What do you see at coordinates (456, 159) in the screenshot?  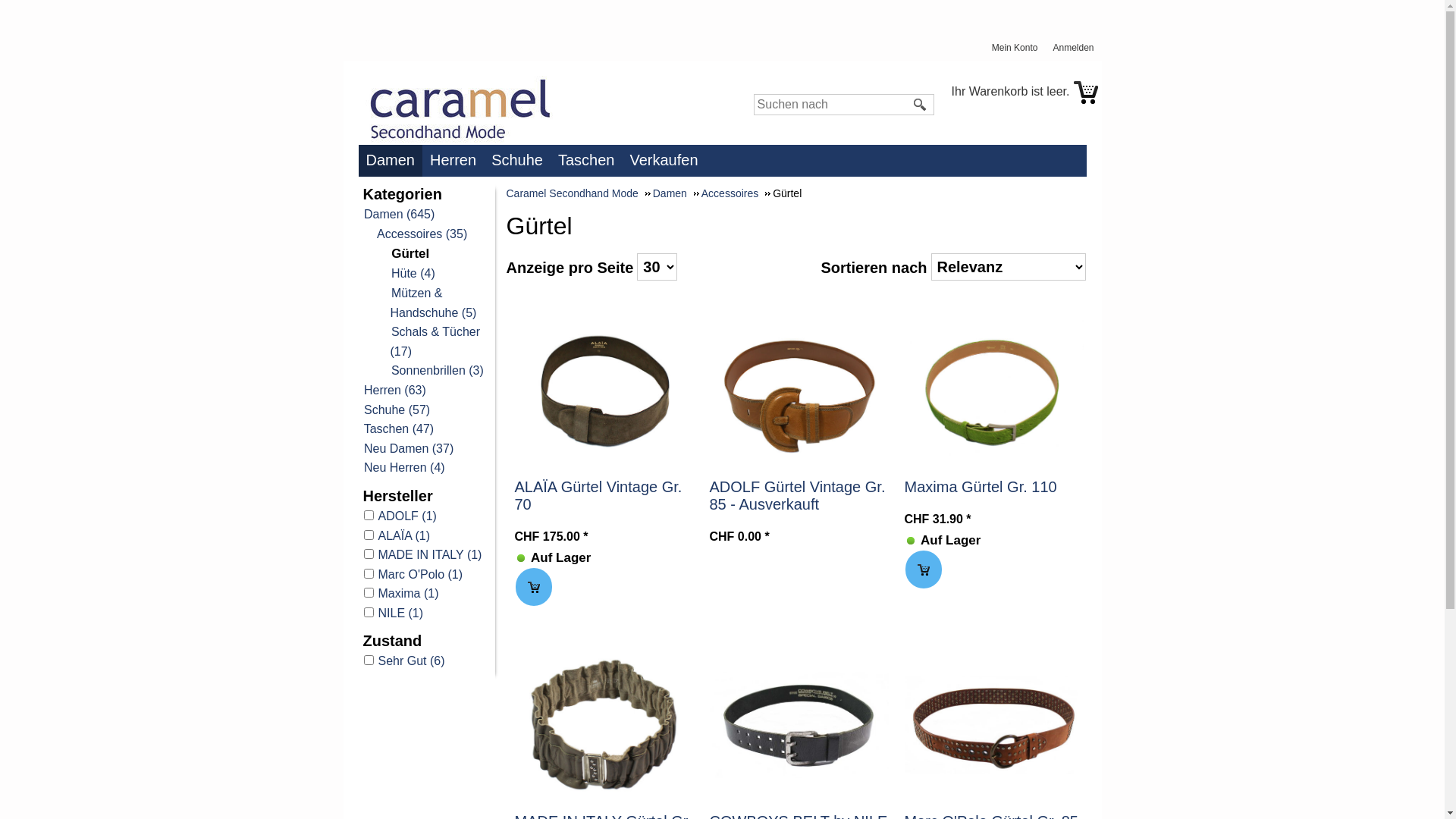 I see `'Herren'` at bounding box center [456, 159].